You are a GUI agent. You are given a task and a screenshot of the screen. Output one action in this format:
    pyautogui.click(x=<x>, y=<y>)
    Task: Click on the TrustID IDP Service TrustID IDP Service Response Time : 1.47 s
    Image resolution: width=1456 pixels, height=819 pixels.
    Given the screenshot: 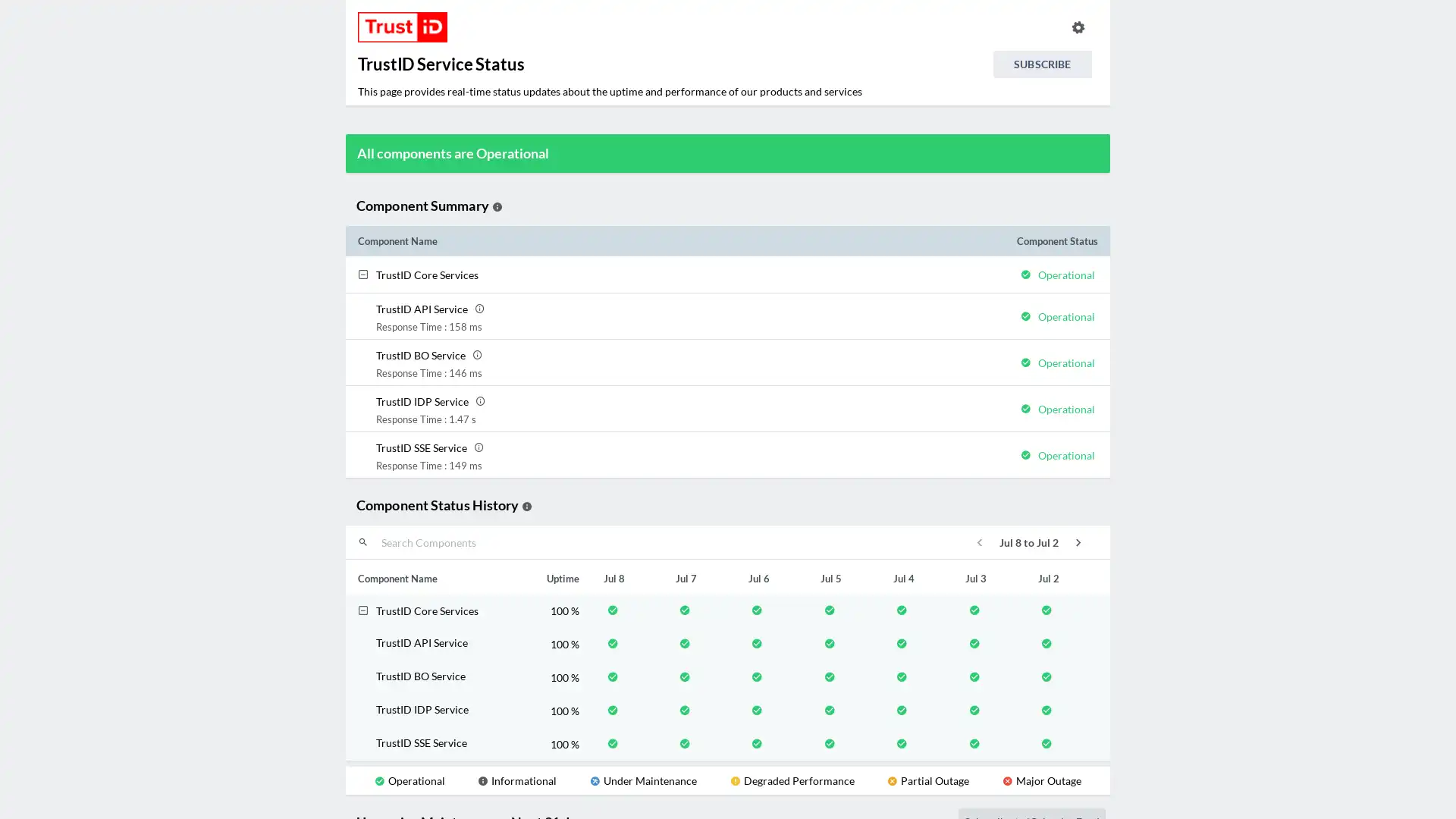 What is the action you would take?
    pyautogui.click(x=635, y=408)
    